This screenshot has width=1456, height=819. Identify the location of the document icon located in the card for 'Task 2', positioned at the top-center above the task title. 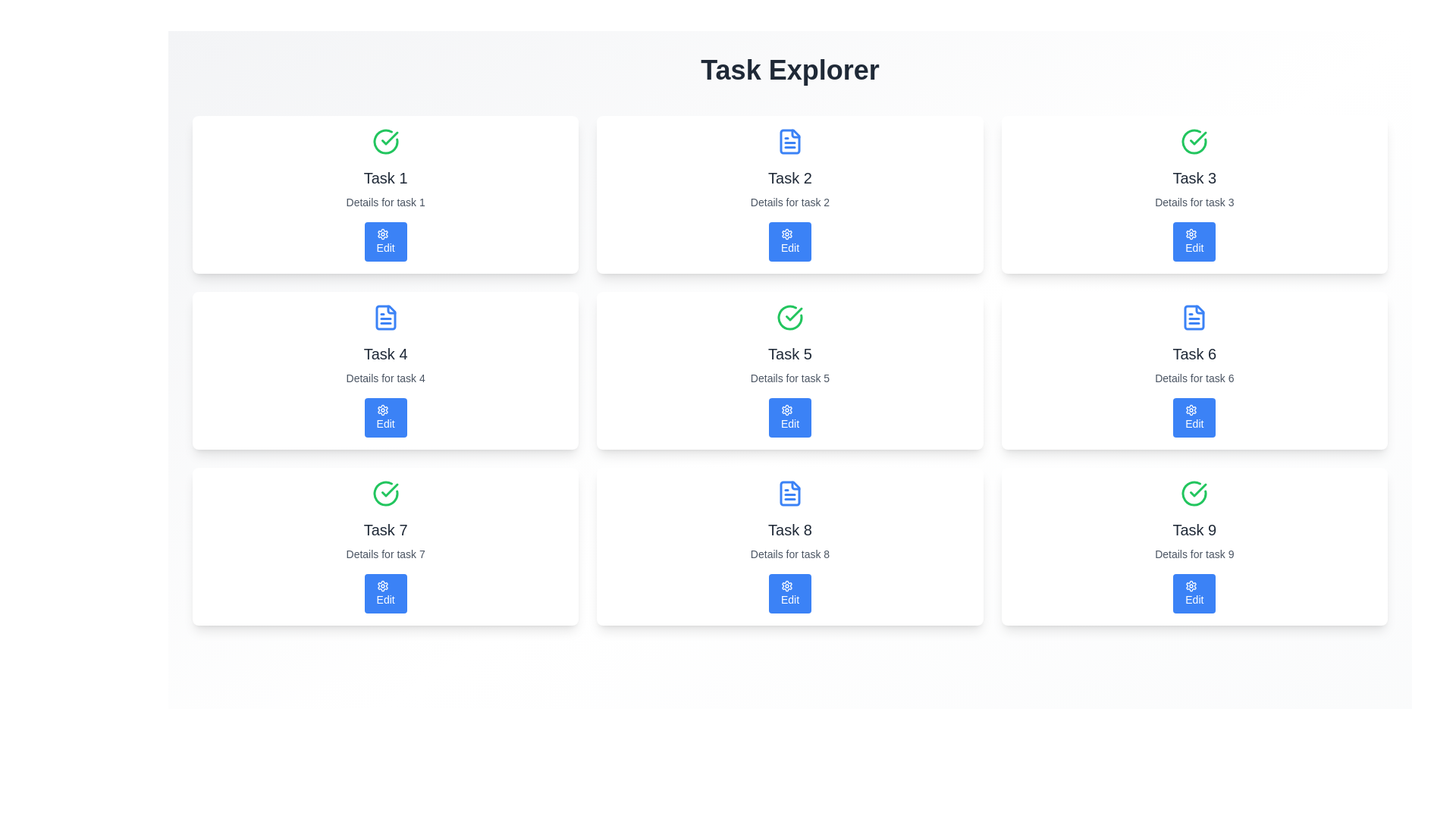
(789, 141).